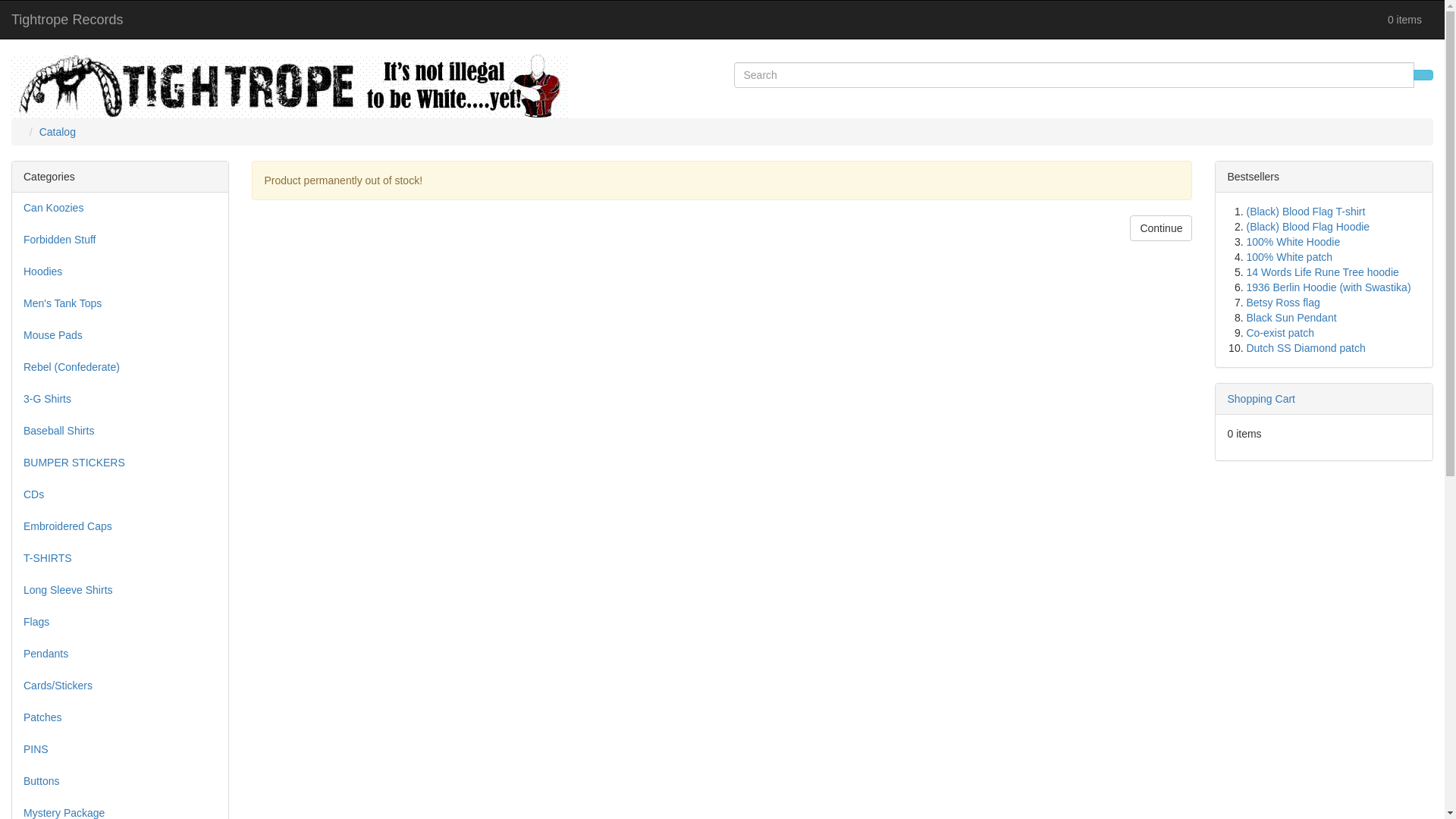 The width and height of the screenshot is (1456, 819). What do you see at coordinates (1279, 332) in the screenshot?
I see `'Co-exist patch'` at bounding box center [1279, 332].